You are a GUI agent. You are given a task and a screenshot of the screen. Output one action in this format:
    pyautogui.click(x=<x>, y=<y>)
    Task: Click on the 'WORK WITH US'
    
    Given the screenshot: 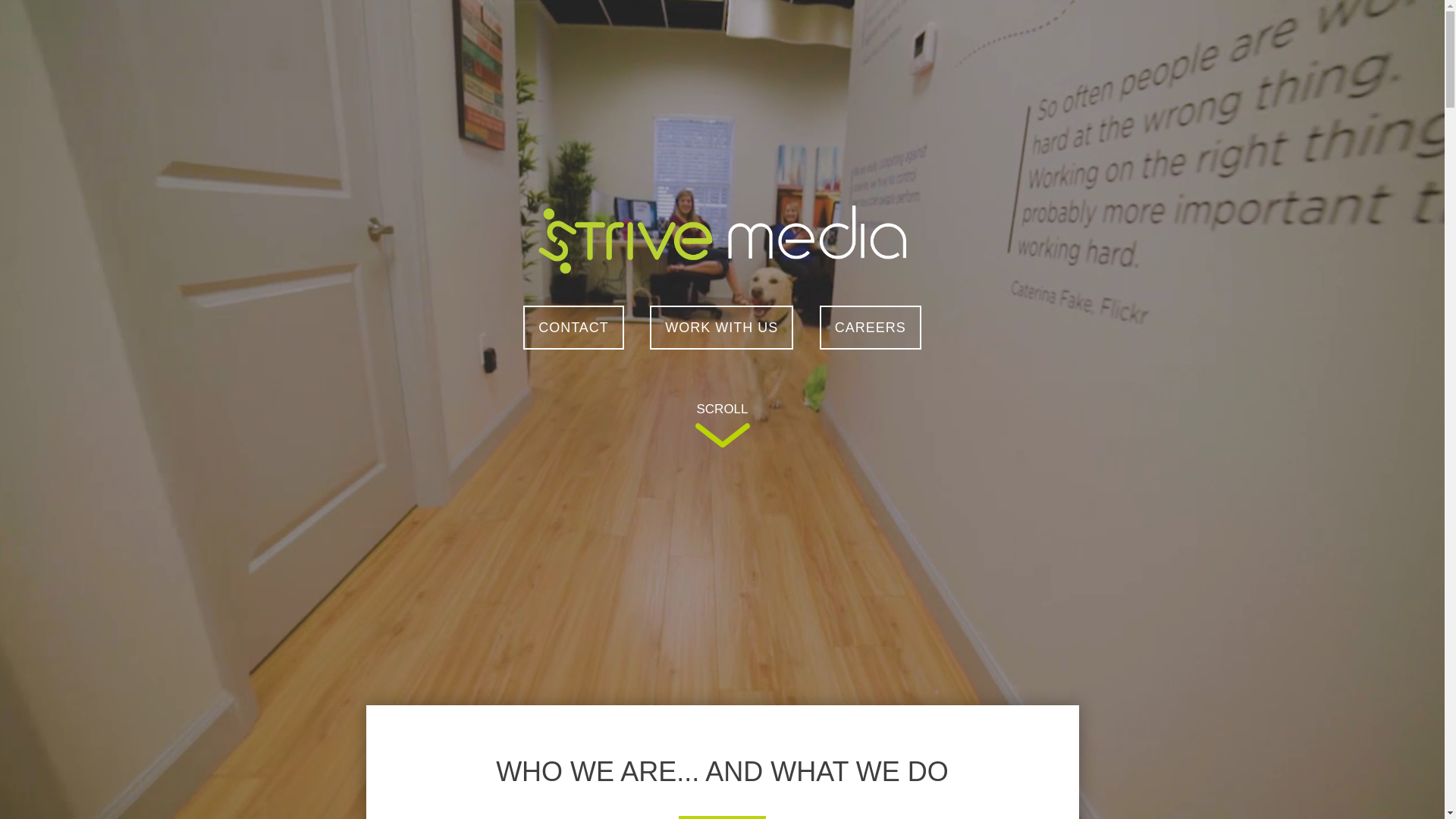 What is the action you would take?
    pyautogui.click(x=720, y=327)
    